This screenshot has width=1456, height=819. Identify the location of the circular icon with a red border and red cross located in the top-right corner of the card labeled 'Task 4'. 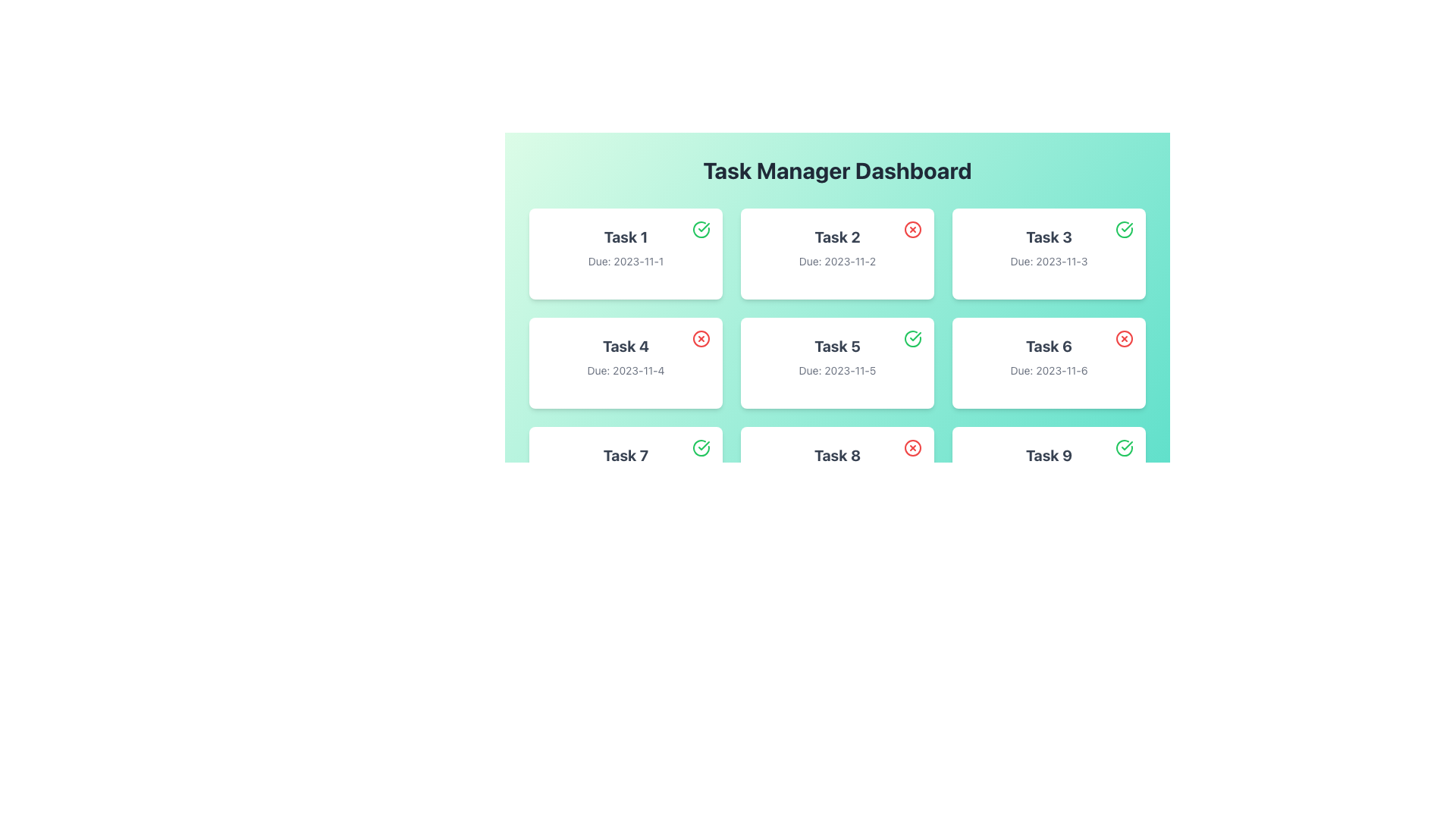
(701, 338).